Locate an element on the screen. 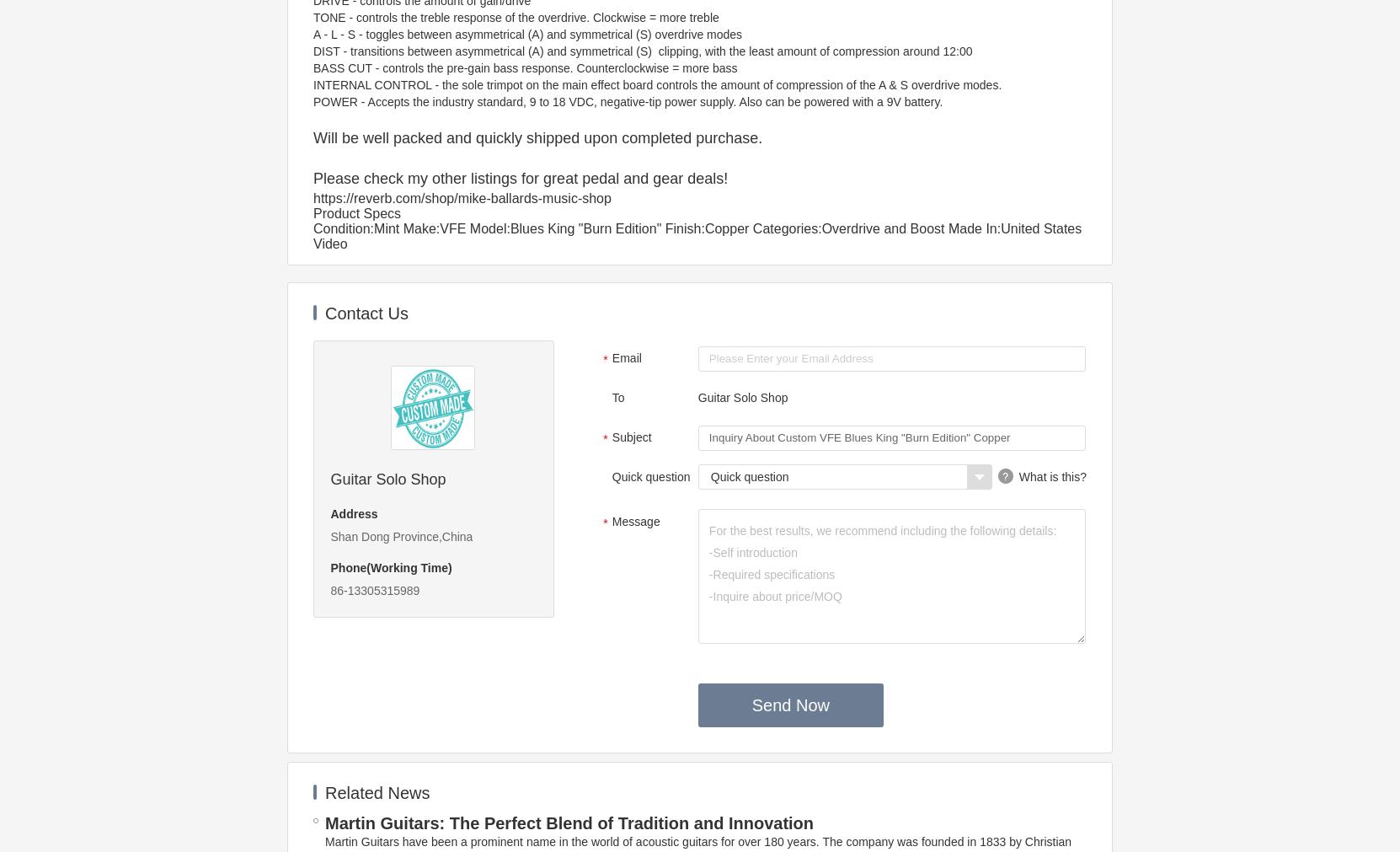 This screenshot has width=1400, height=852. 'Product Specs' is located at coordinates (356, 213).